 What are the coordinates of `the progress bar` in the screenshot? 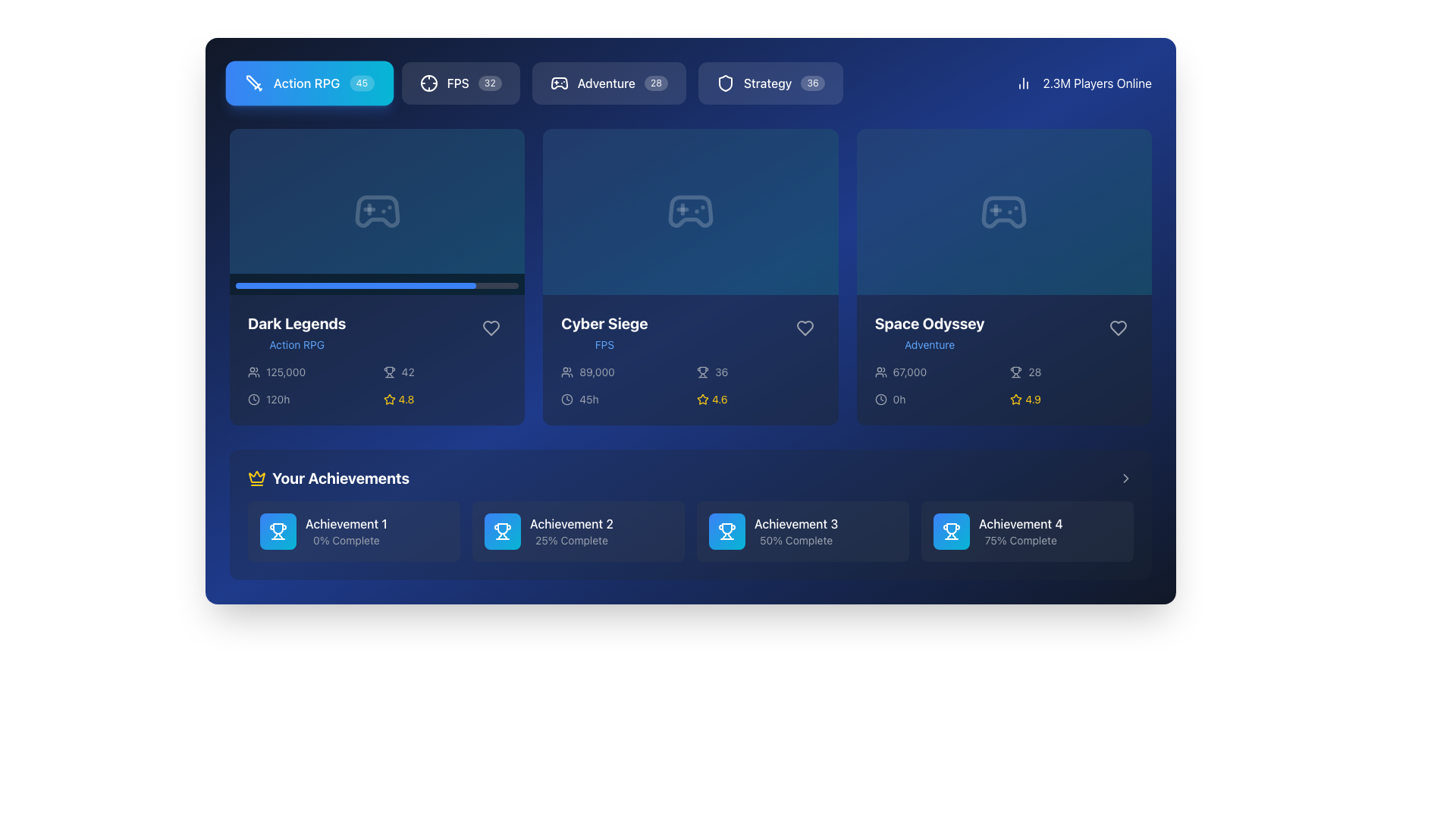 It's located at (269, 284).